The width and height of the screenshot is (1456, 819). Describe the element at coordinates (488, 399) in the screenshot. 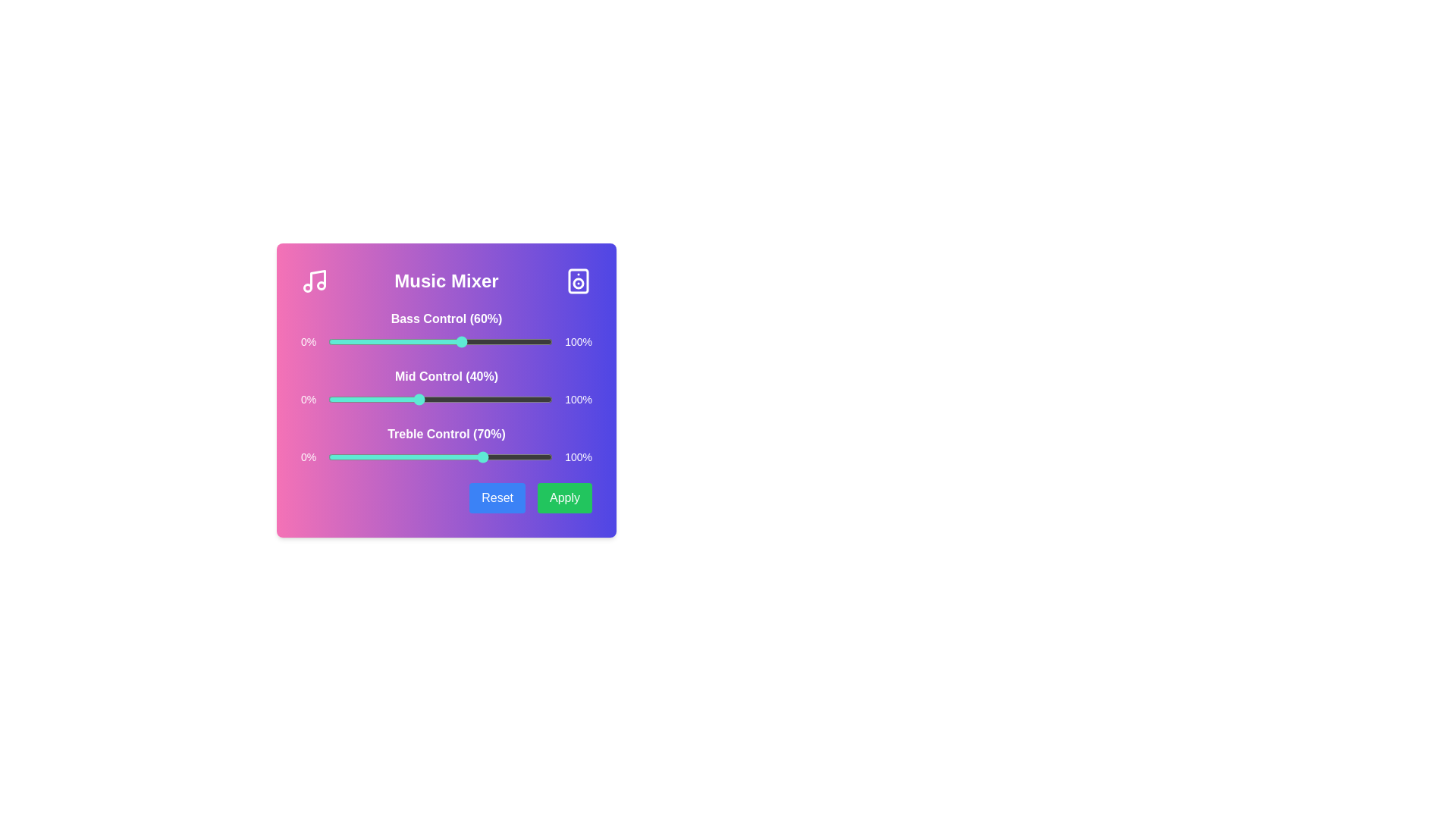

I see `the mid control slider to 71%` at that location.